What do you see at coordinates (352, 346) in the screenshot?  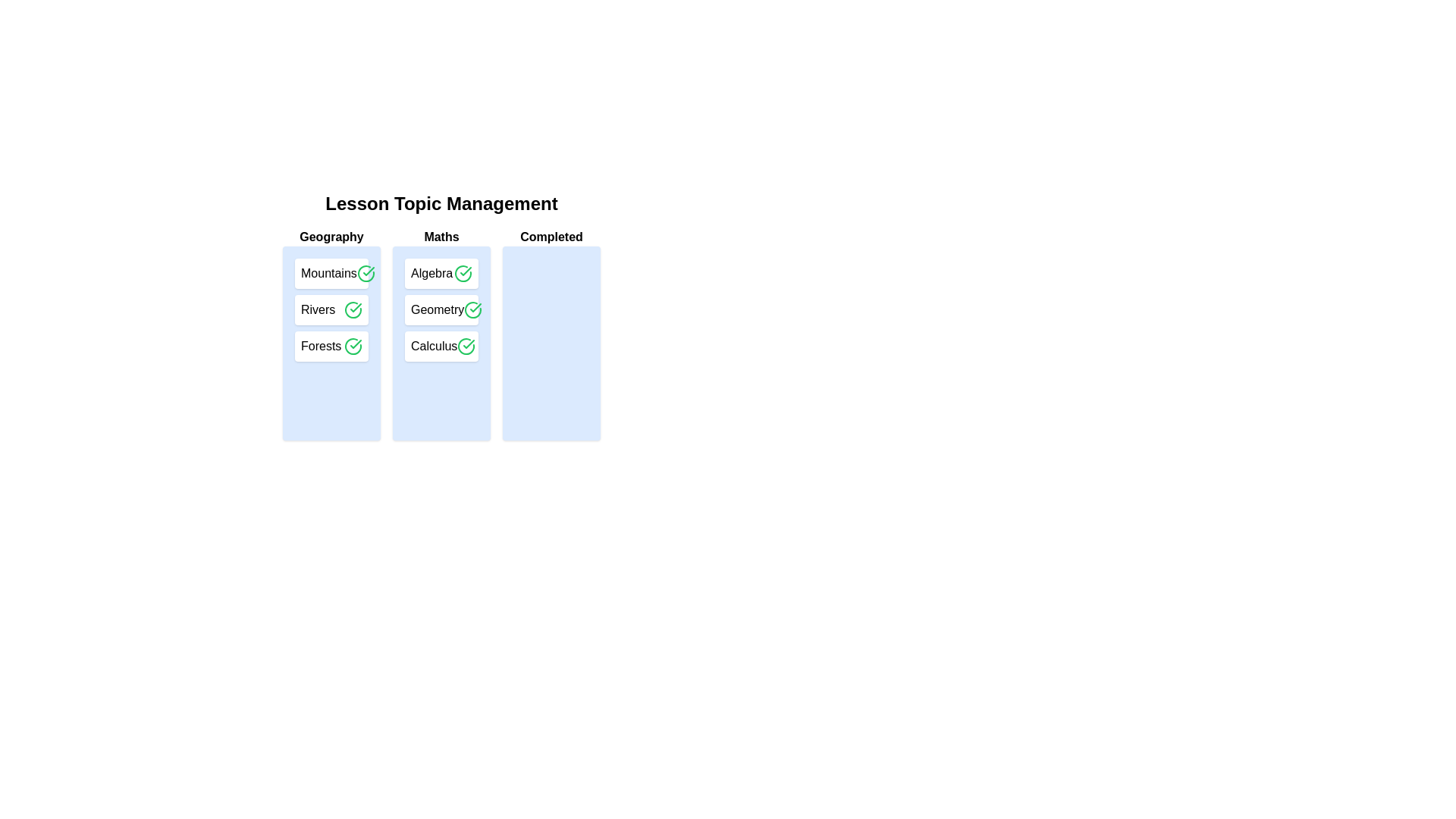 I see `checkmark button next to the topic Forests to transfer it to the 'Completed' list` at bounding box center [352, 346].